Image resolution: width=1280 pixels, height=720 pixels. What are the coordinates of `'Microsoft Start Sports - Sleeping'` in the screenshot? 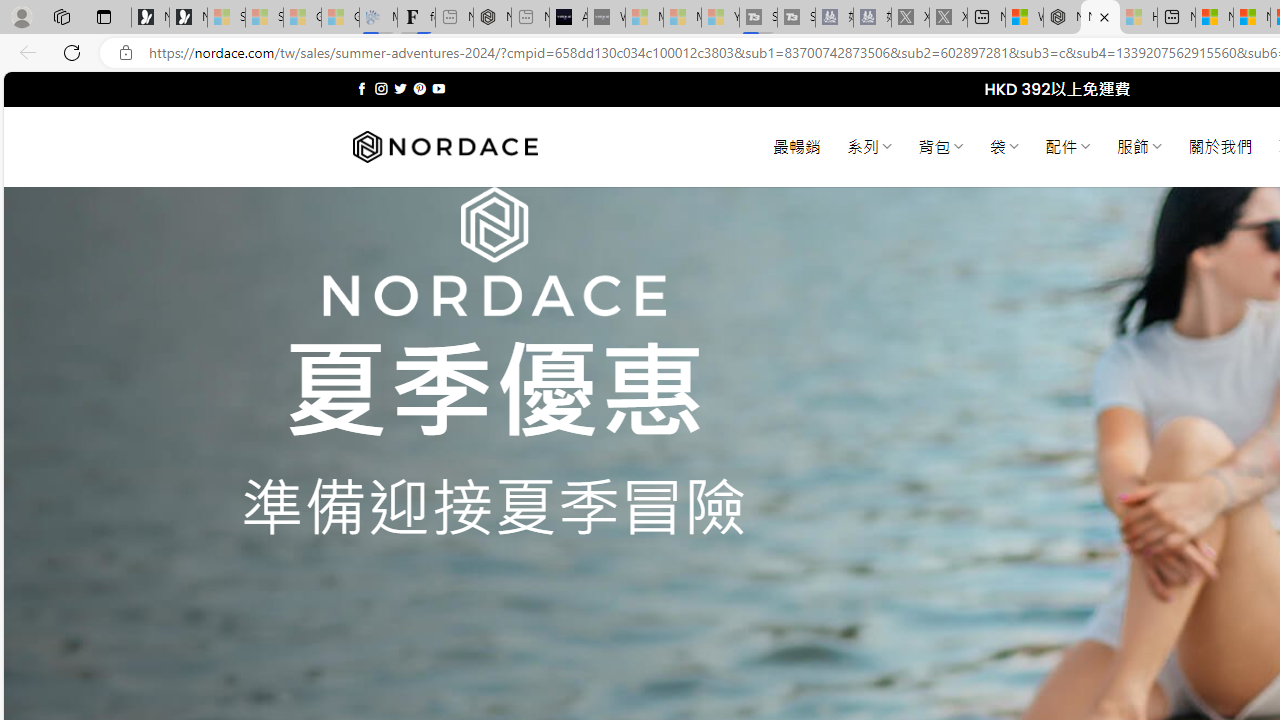 It's located at (644, 17).